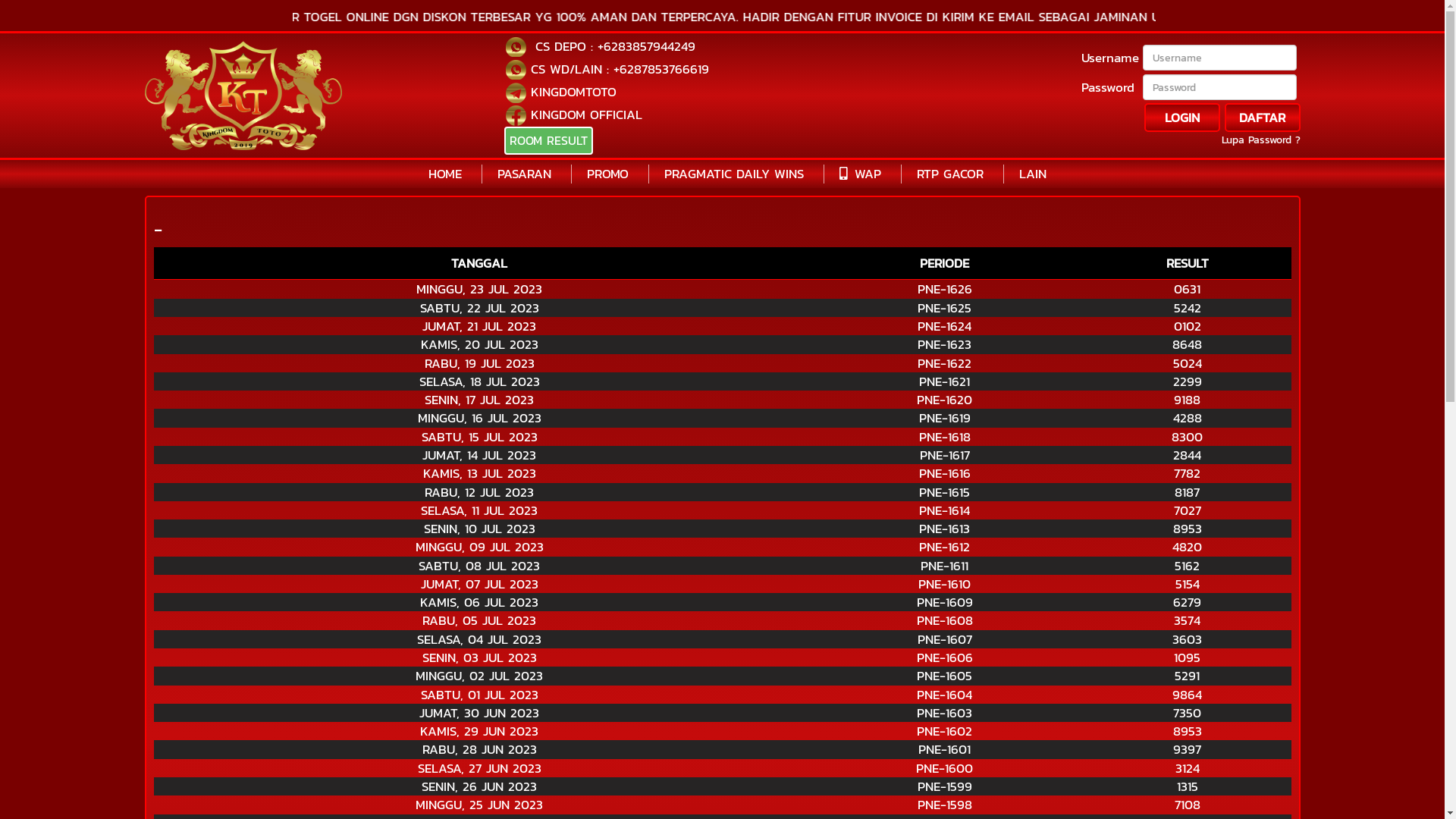 The height and width of the screenshot is (819, 1456). I want to click on 'WAP', so click(839, 172).